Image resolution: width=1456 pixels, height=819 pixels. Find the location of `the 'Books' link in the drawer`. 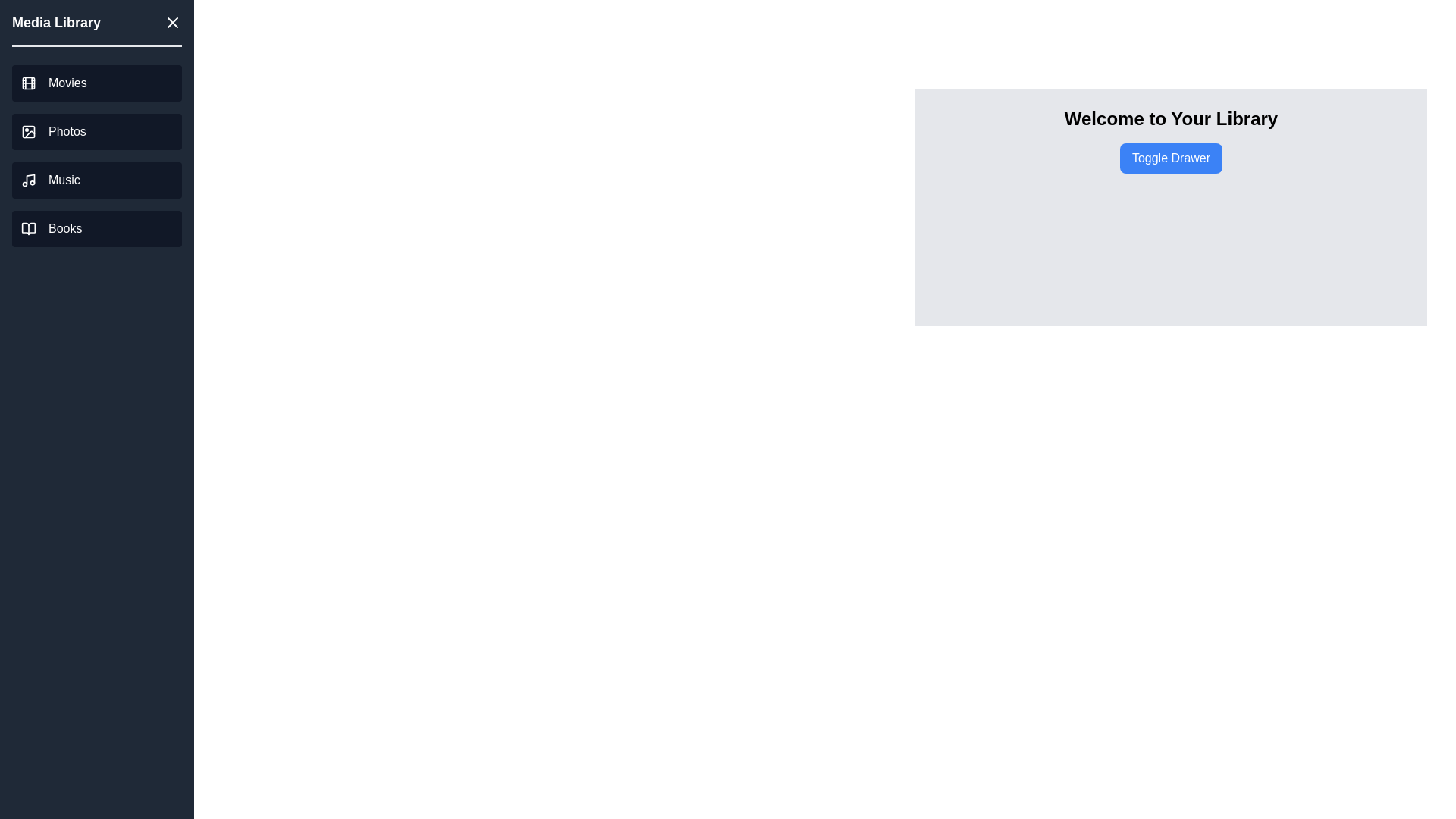

the 'Books' link in the drawer is located at coordinates (96, 228).